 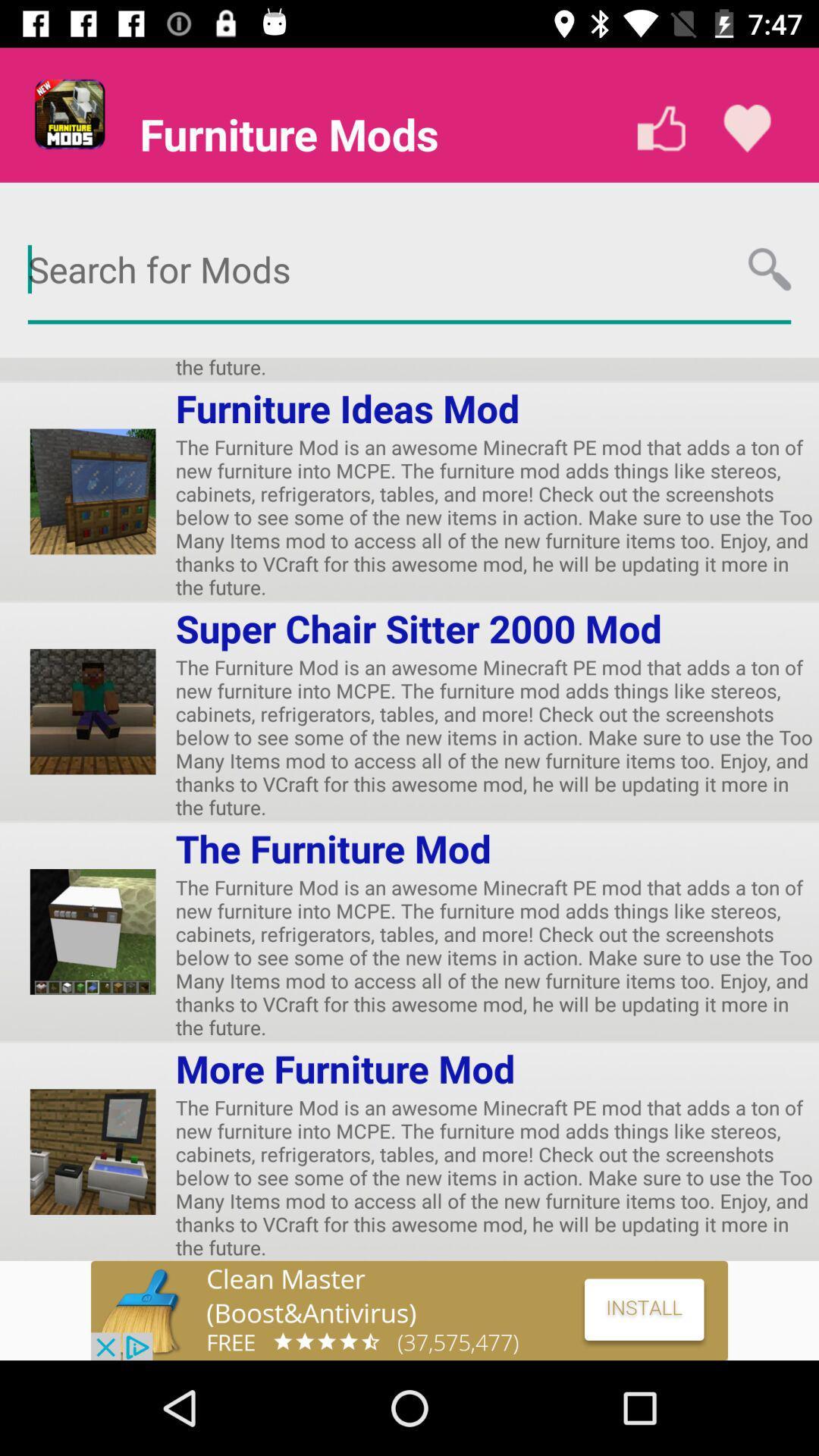 I want to click on favorites, so click(x=746, y=128).